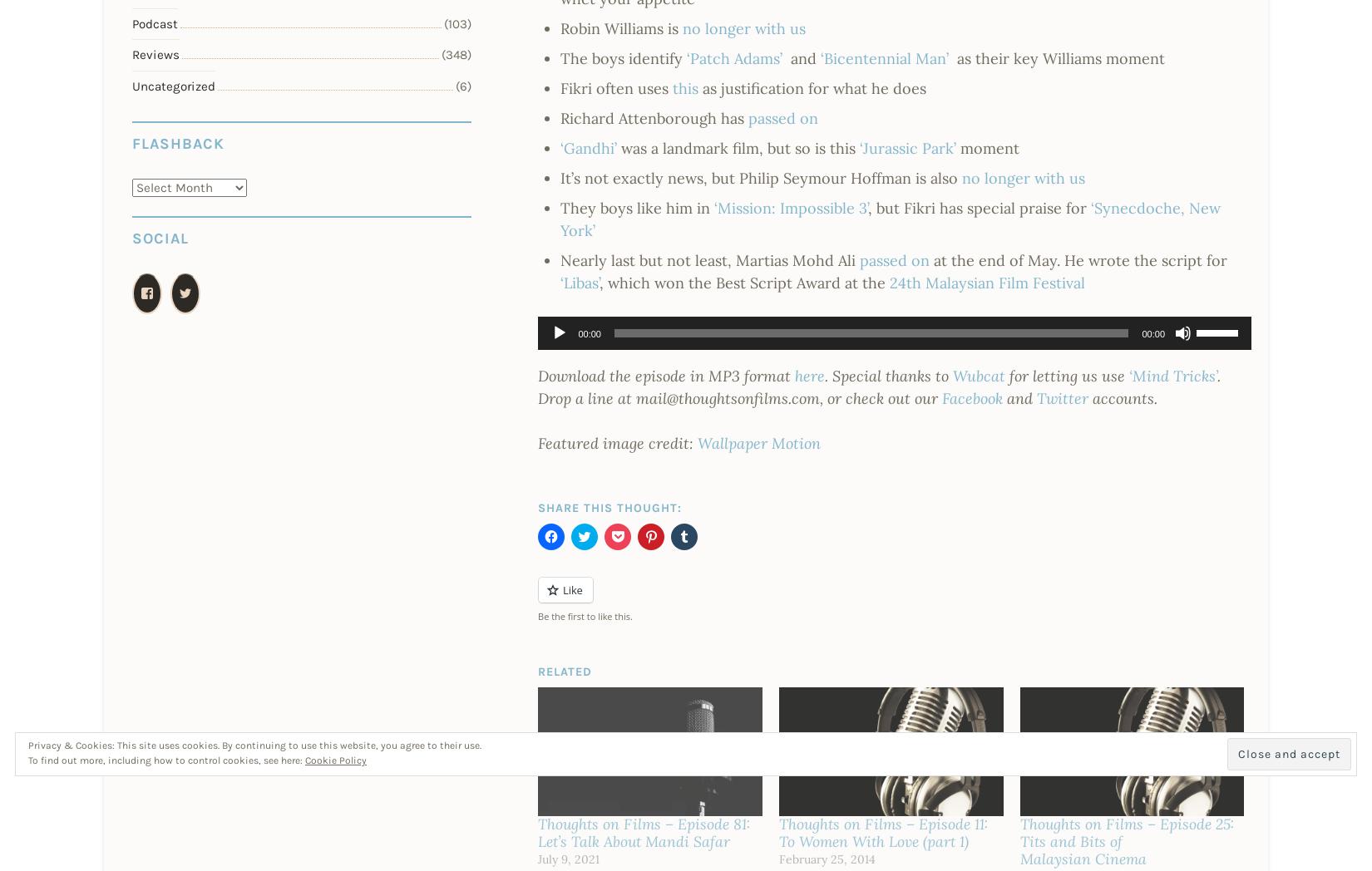 The image size is (1372, 871). I want to click on '‘Mission: Impossible 3’', so click(713, 207).